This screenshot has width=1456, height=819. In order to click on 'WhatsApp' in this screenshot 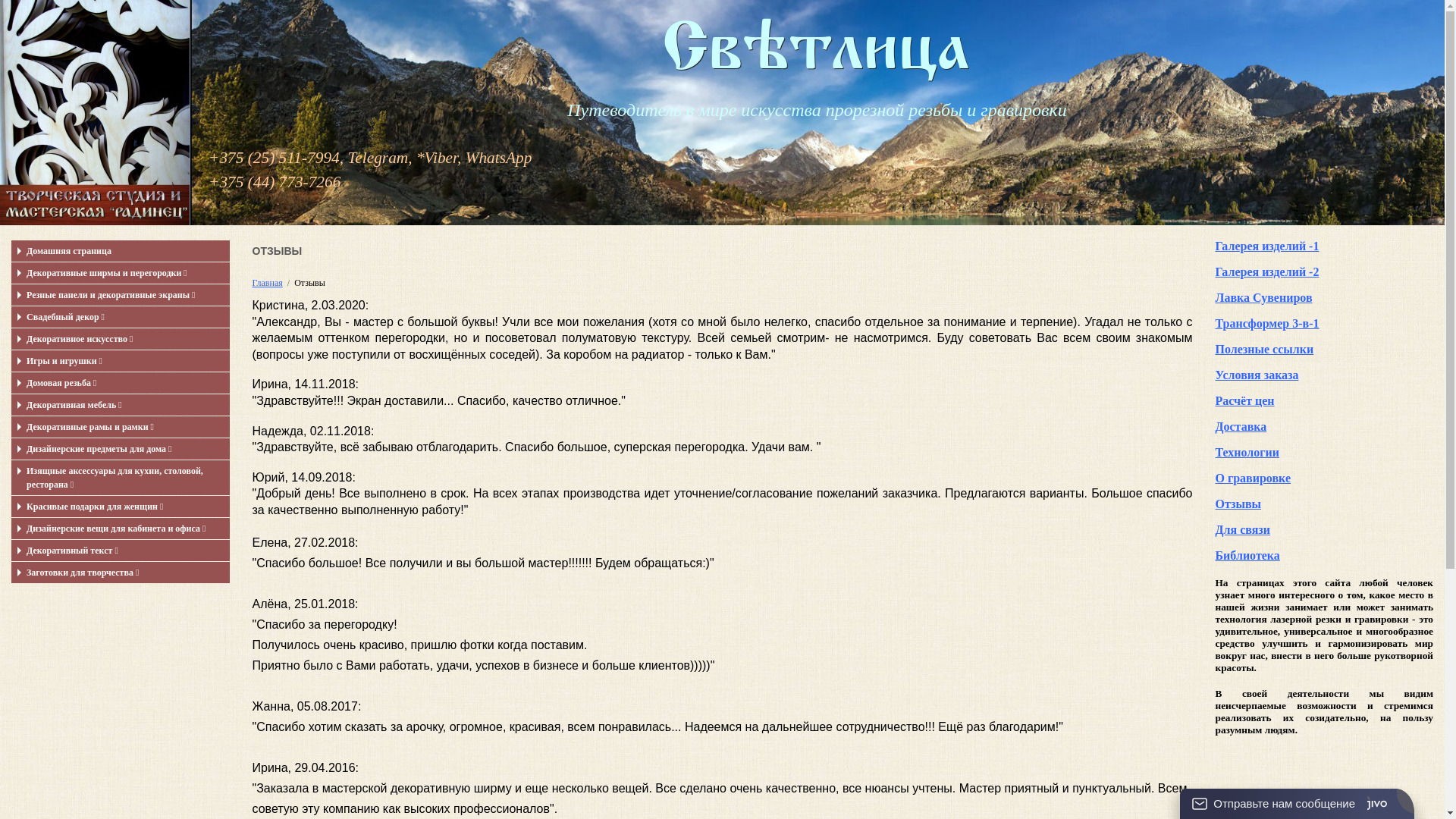, I will do `click(465, 158)`.